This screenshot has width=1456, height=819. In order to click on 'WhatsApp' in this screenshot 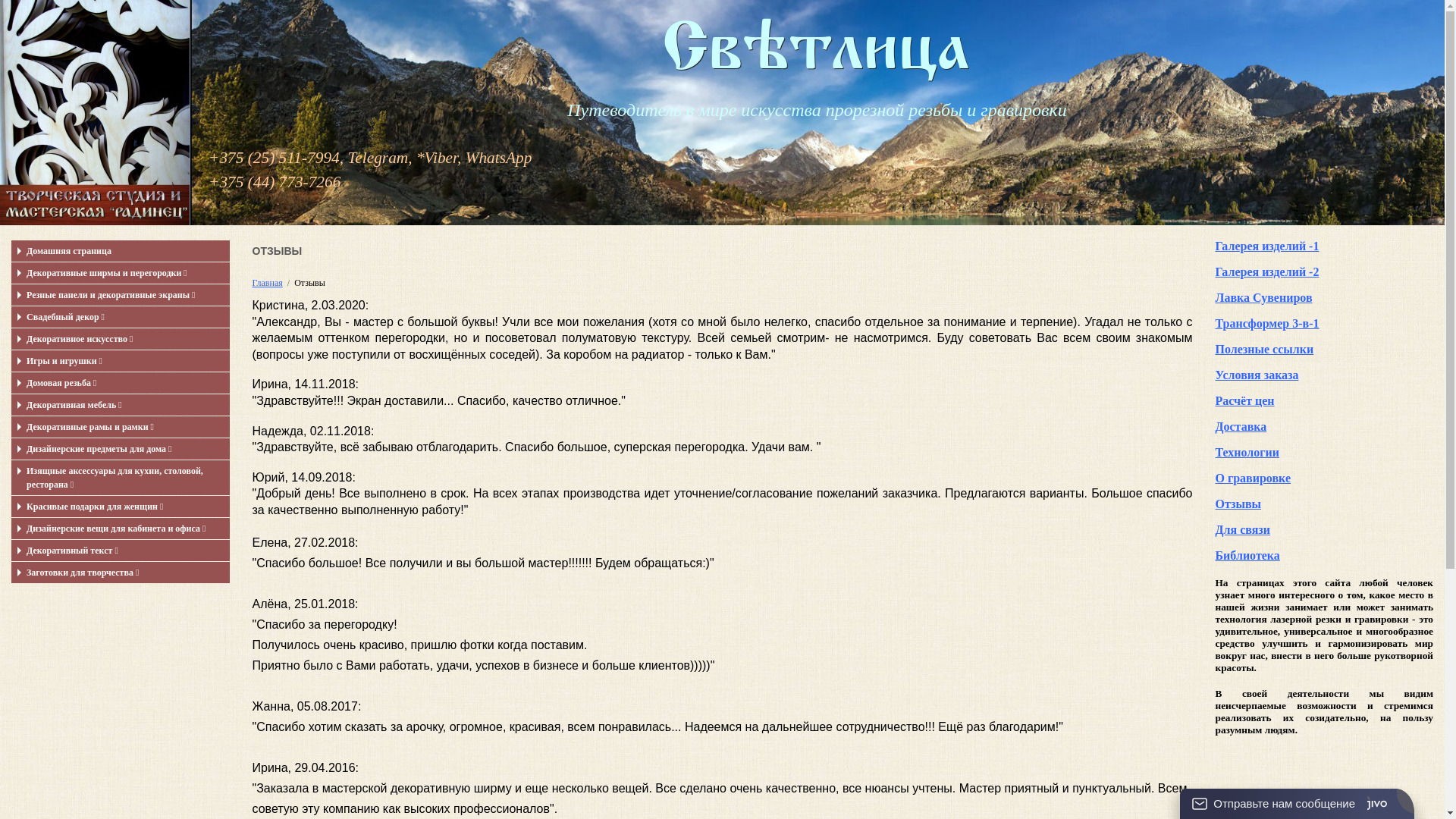, I will do `click(465, 158)`.